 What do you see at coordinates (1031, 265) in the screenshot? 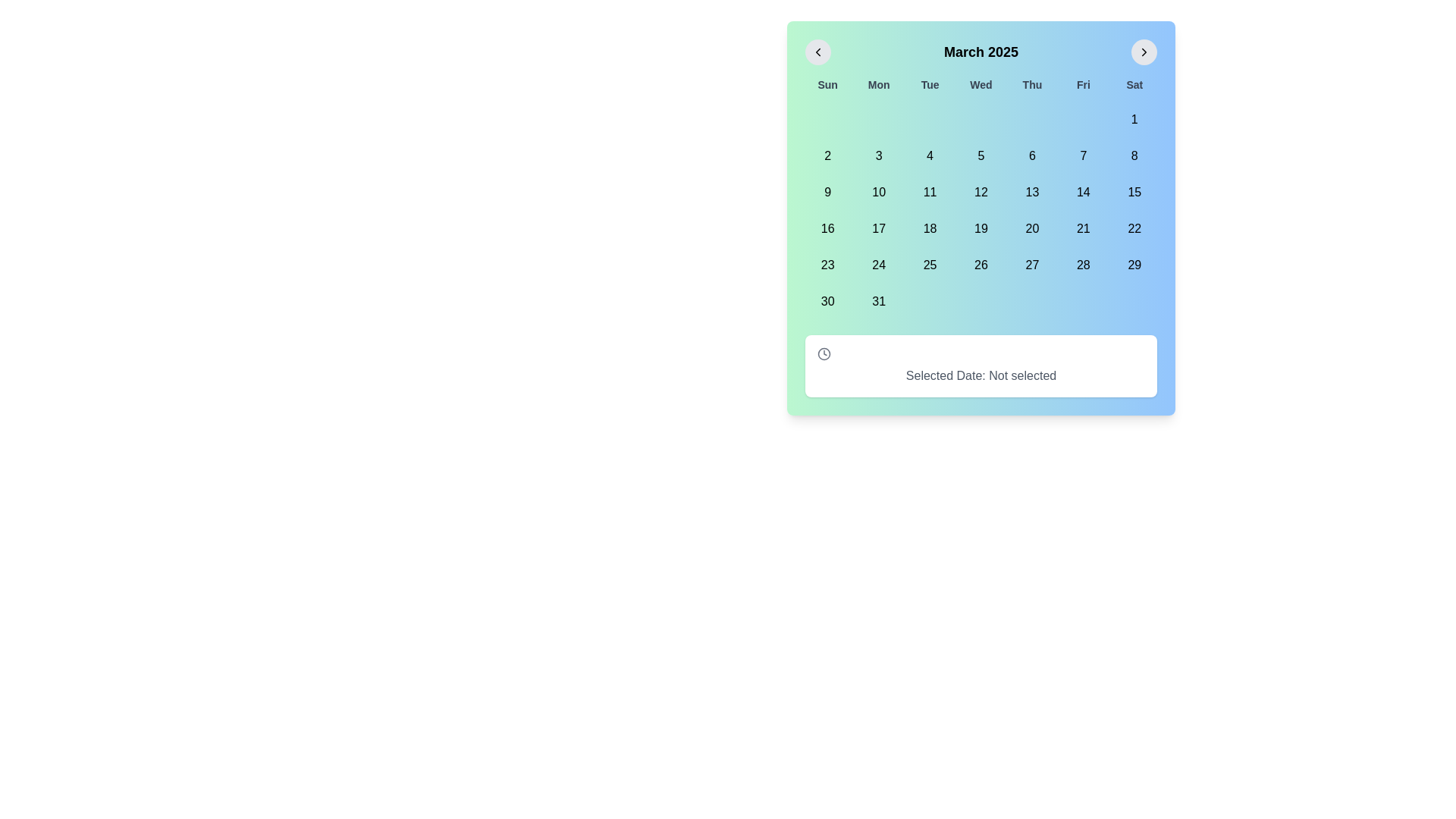
I see `the button displaying the number '27'` at bounding box center [1031, 265].